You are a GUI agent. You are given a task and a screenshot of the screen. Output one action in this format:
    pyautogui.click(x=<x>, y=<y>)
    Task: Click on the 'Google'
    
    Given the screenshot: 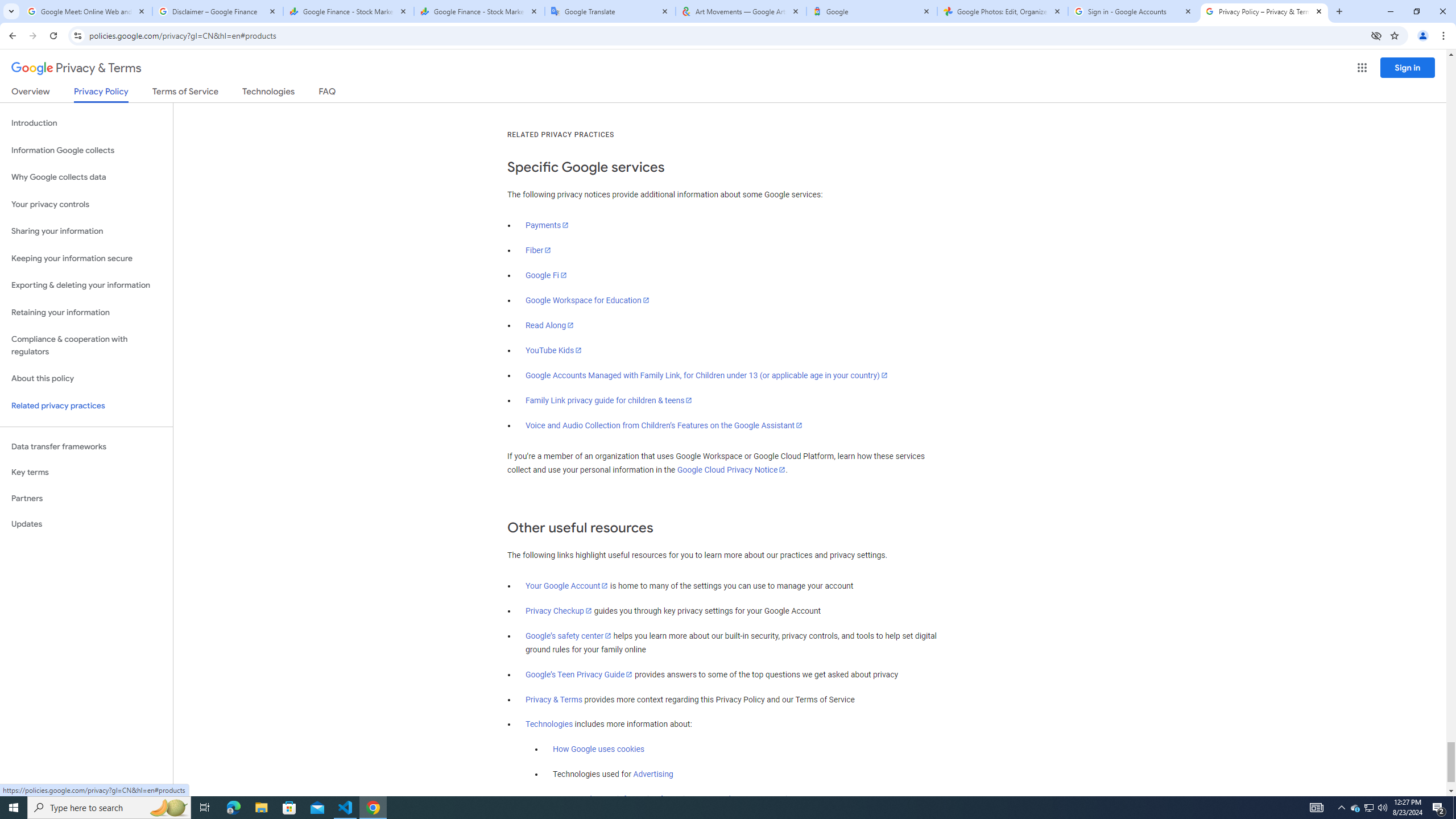 What is the action you would take?
    pyautogui.click(x=871, y=11)
    